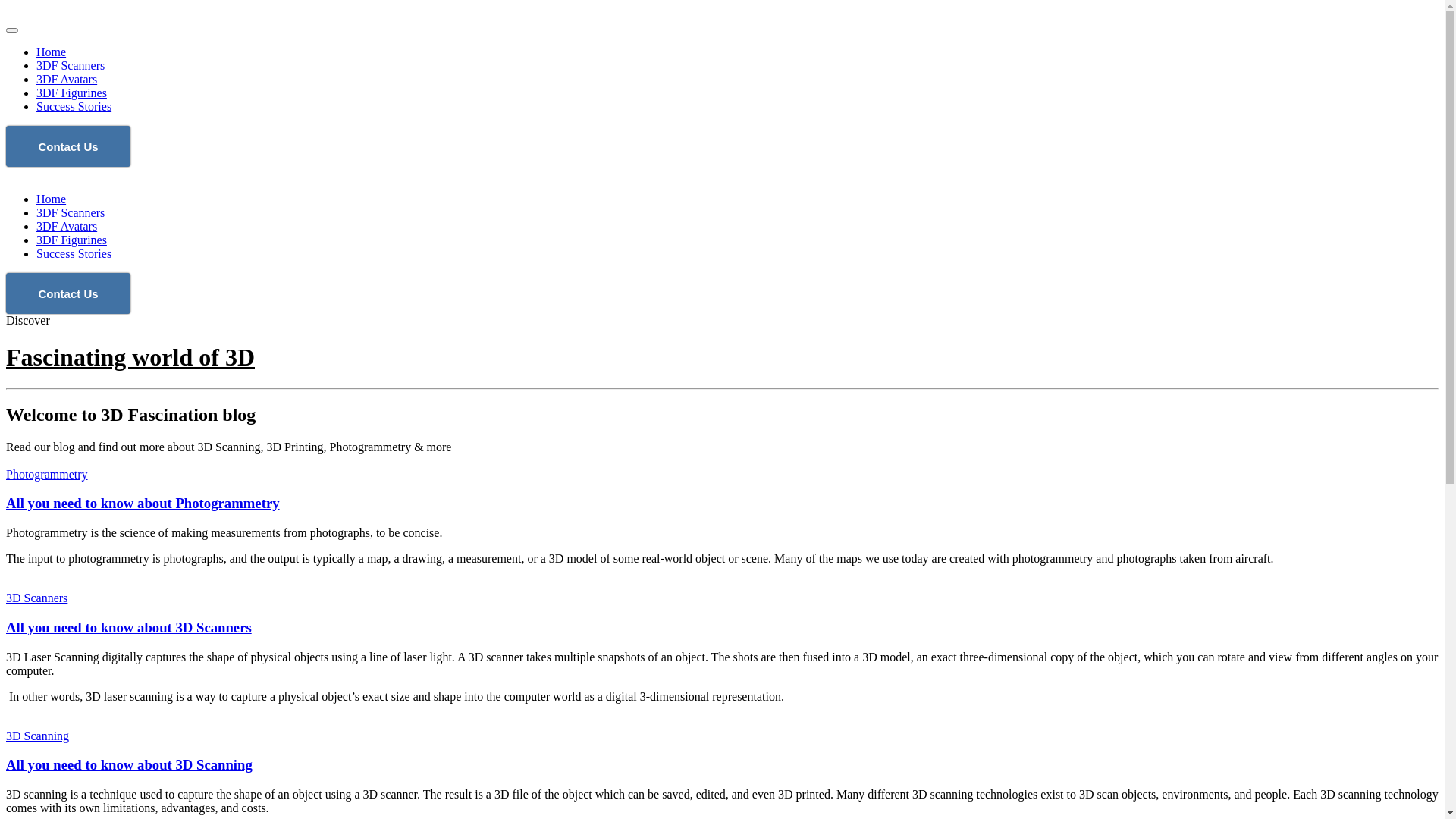 The width and height of the screenshot is (1456, 819). Describe the element at coordinates (129, 764) in the screenshot. I see `'All you need to know about 3D Scanning'` at that location.